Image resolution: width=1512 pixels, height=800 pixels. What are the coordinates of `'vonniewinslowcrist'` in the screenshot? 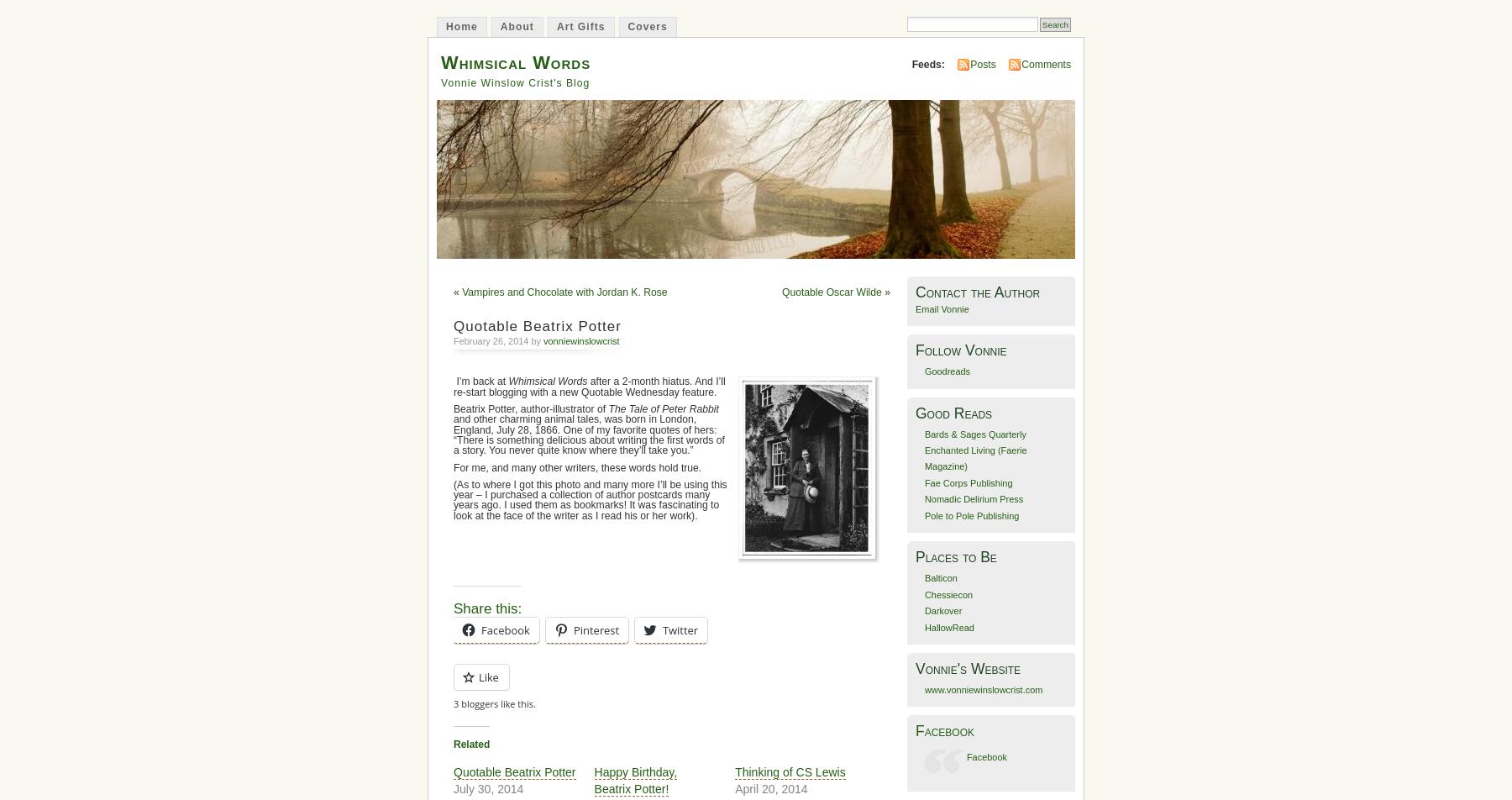 It's located at (580, 341).